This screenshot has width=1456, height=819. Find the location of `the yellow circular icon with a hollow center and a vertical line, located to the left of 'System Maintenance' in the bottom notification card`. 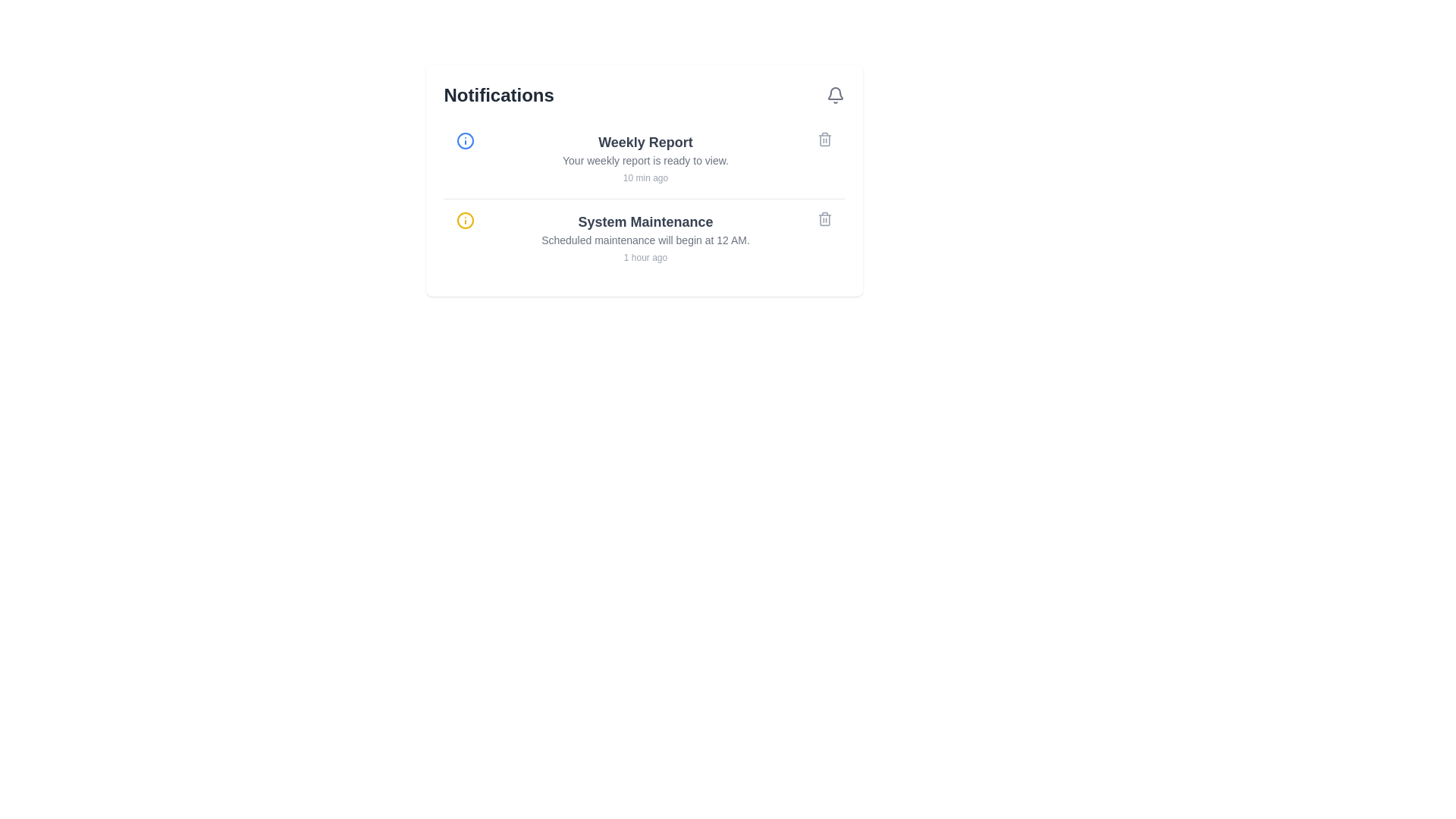

the yellow circular icon with a hollow center and a vertical line, located to the left of 'System Maintenance' in the bottom notification card is located at coordinates (464, 220).